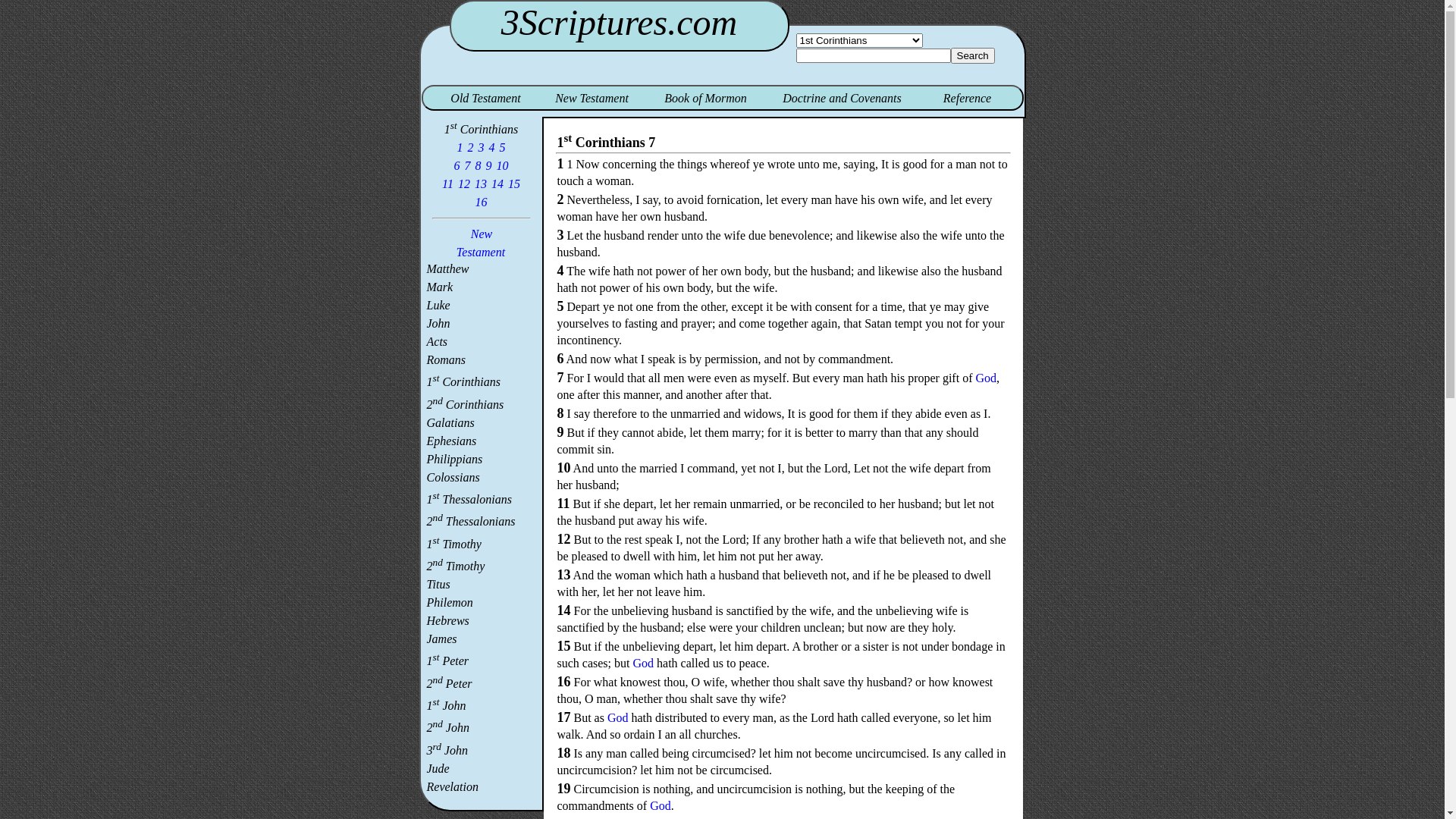  What do you see at coordinates (480, 242) in the screenshot?
I see `'New` at bounding box center [480, 242].